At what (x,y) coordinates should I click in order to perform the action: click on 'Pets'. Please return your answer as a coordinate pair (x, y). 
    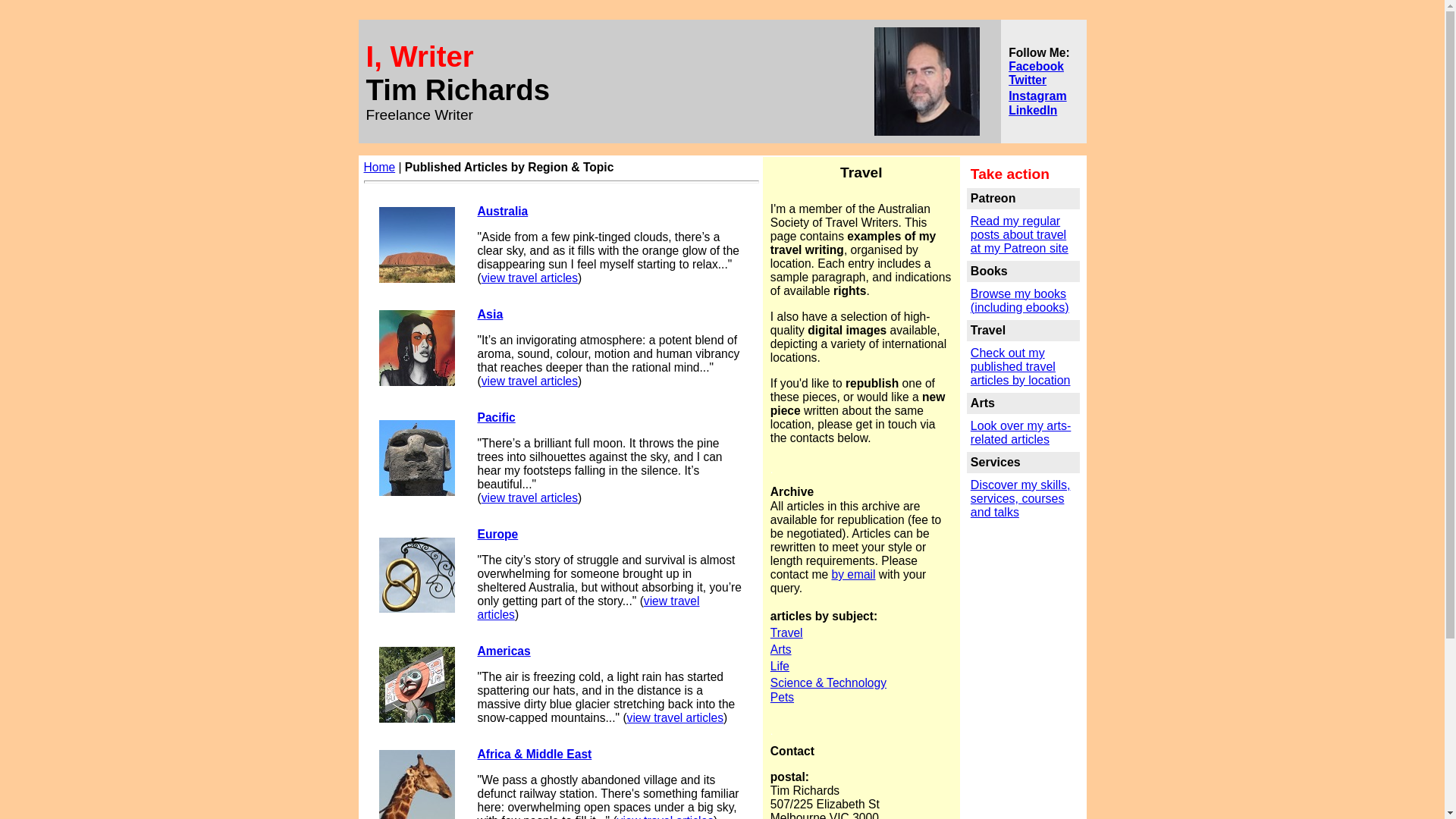
    Looking at the image, I should click on (770, 697).